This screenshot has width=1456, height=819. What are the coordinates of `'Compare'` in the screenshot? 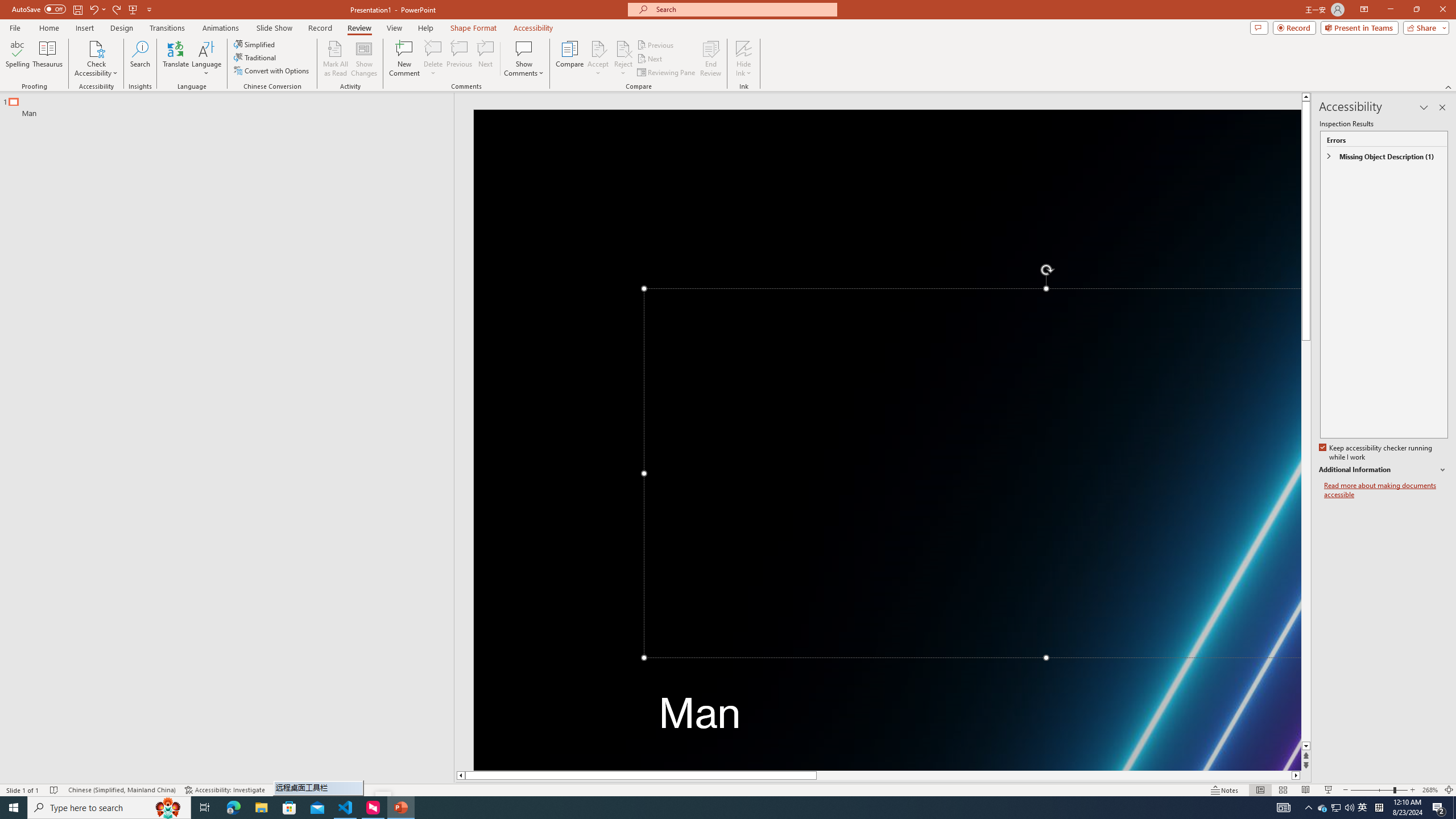 It's located at (570, 59).